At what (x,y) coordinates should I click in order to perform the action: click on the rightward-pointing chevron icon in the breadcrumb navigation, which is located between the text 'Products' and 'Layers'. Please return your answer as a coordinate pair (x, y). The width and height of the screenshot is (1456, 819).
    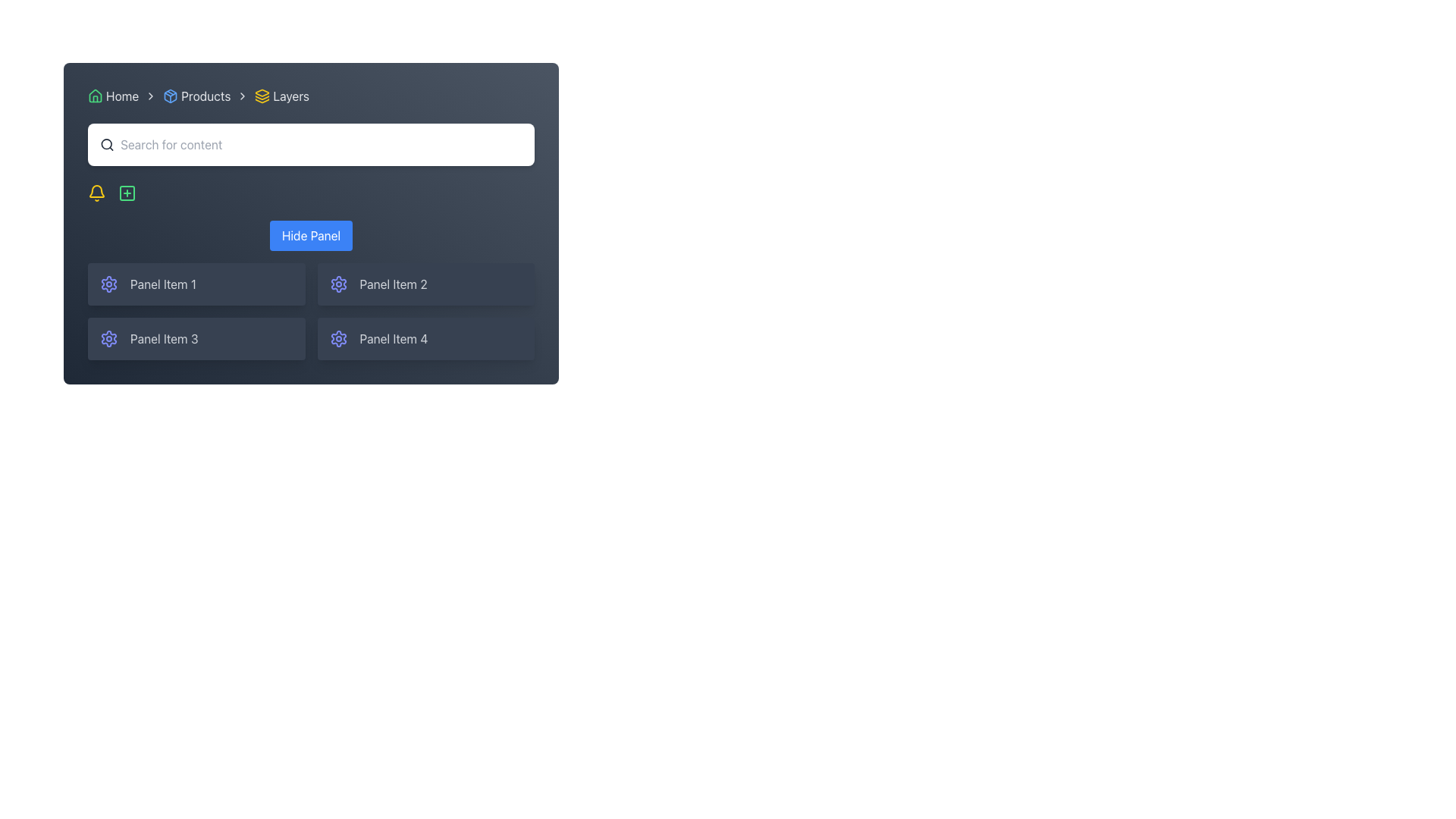
    Looking at the image, I should click on (243, 96).